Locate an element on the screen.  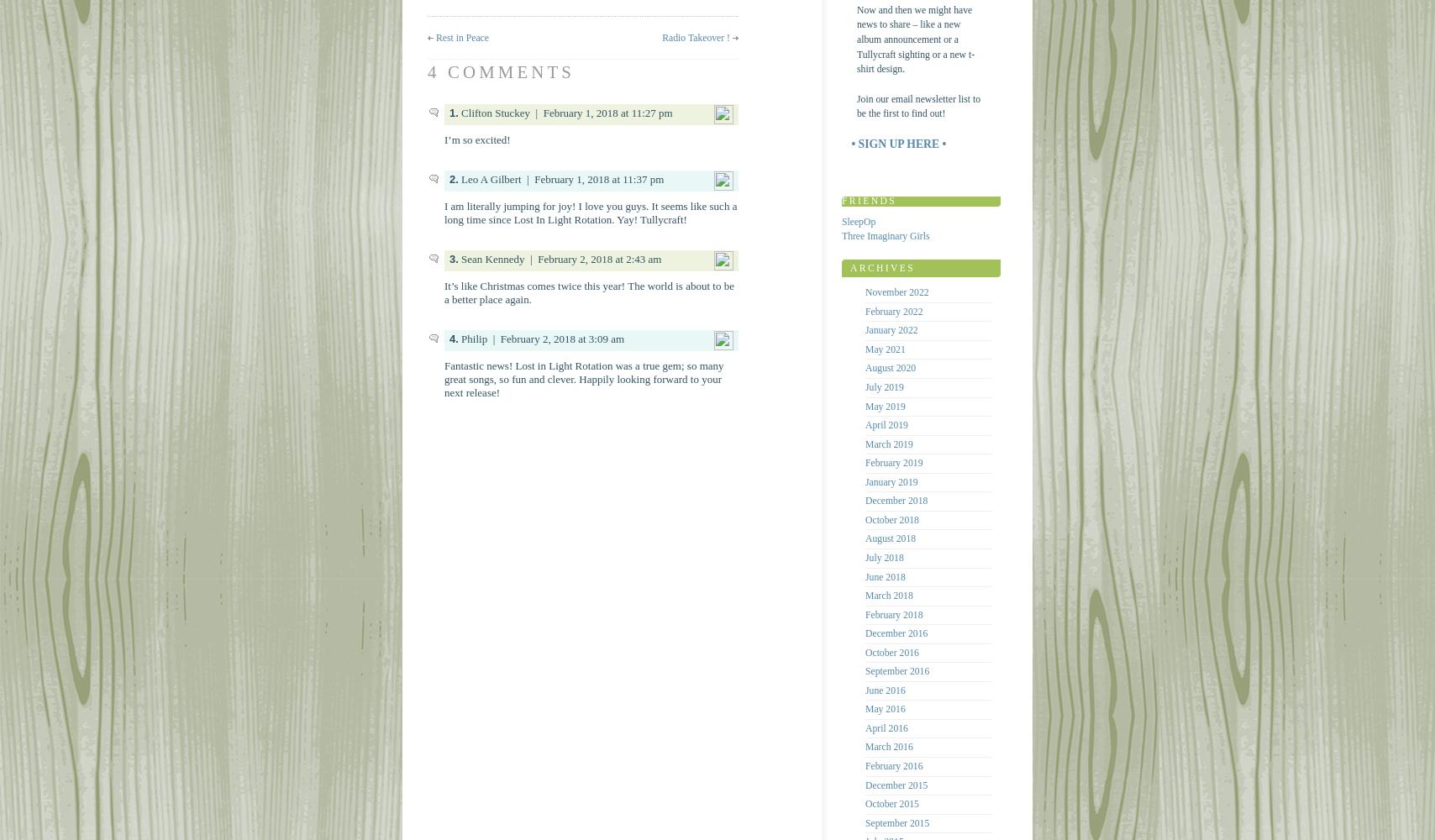
'June 2016' is located at coordinates (865, 689).